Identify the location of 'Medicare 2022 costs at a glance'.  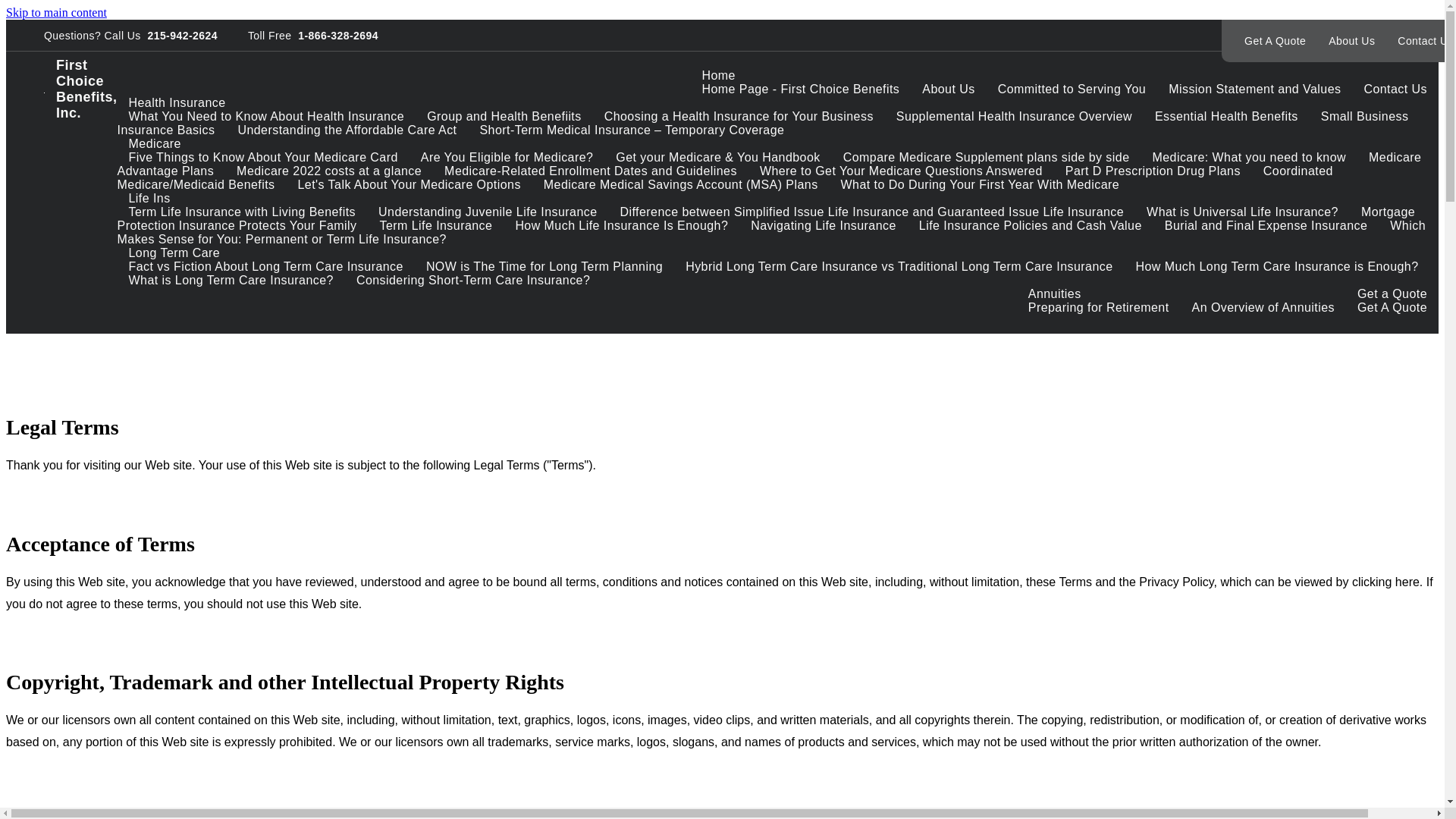
(224, 171).